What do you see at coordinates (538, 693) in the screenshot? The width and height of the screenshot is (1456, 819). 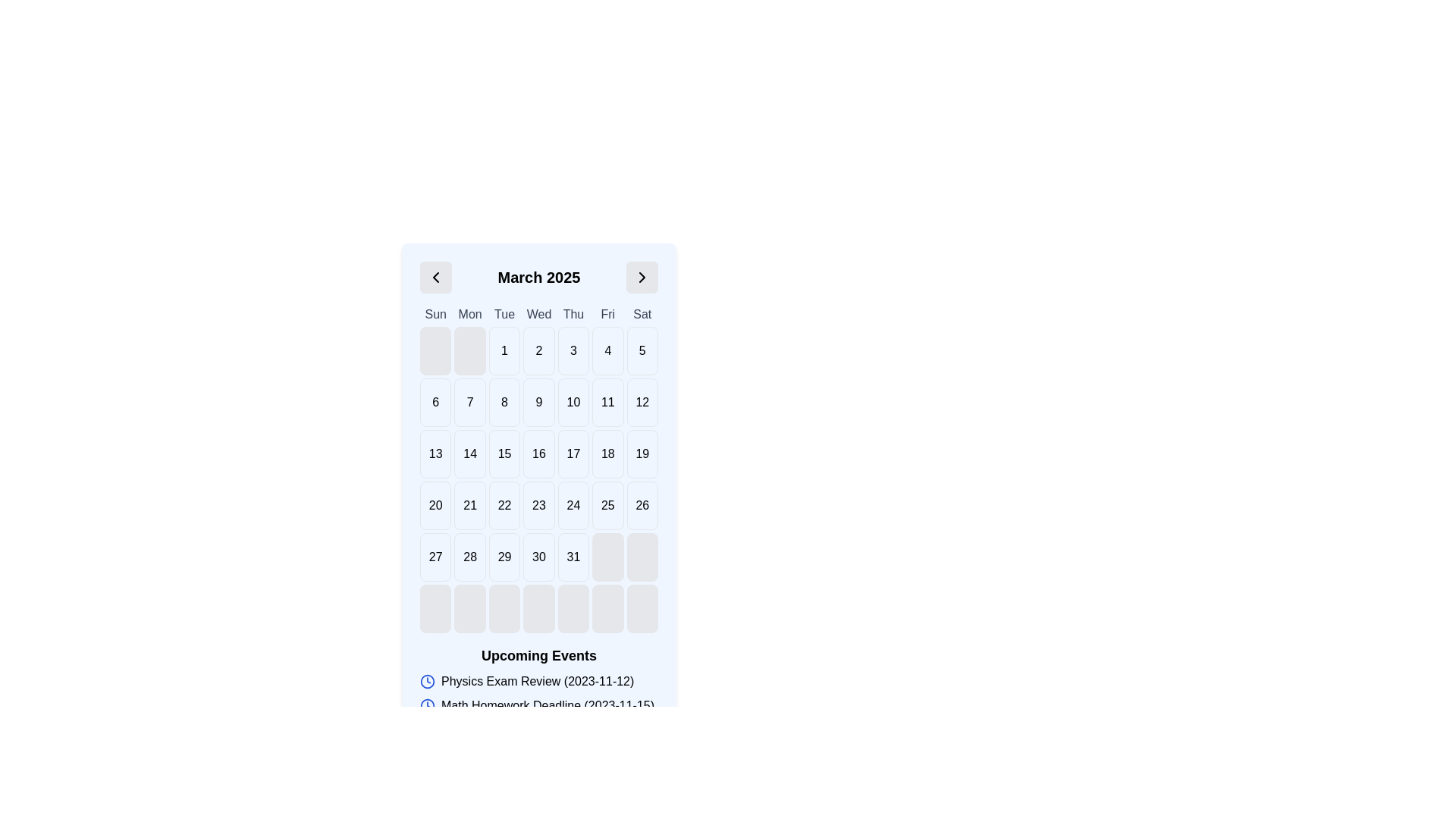 I see `the text content group that visualizes upcoming educational events related to physics and mathematics, located beneath the 'Upcoming Events' heading in the calendar widget` at bounding box center [538, 693].